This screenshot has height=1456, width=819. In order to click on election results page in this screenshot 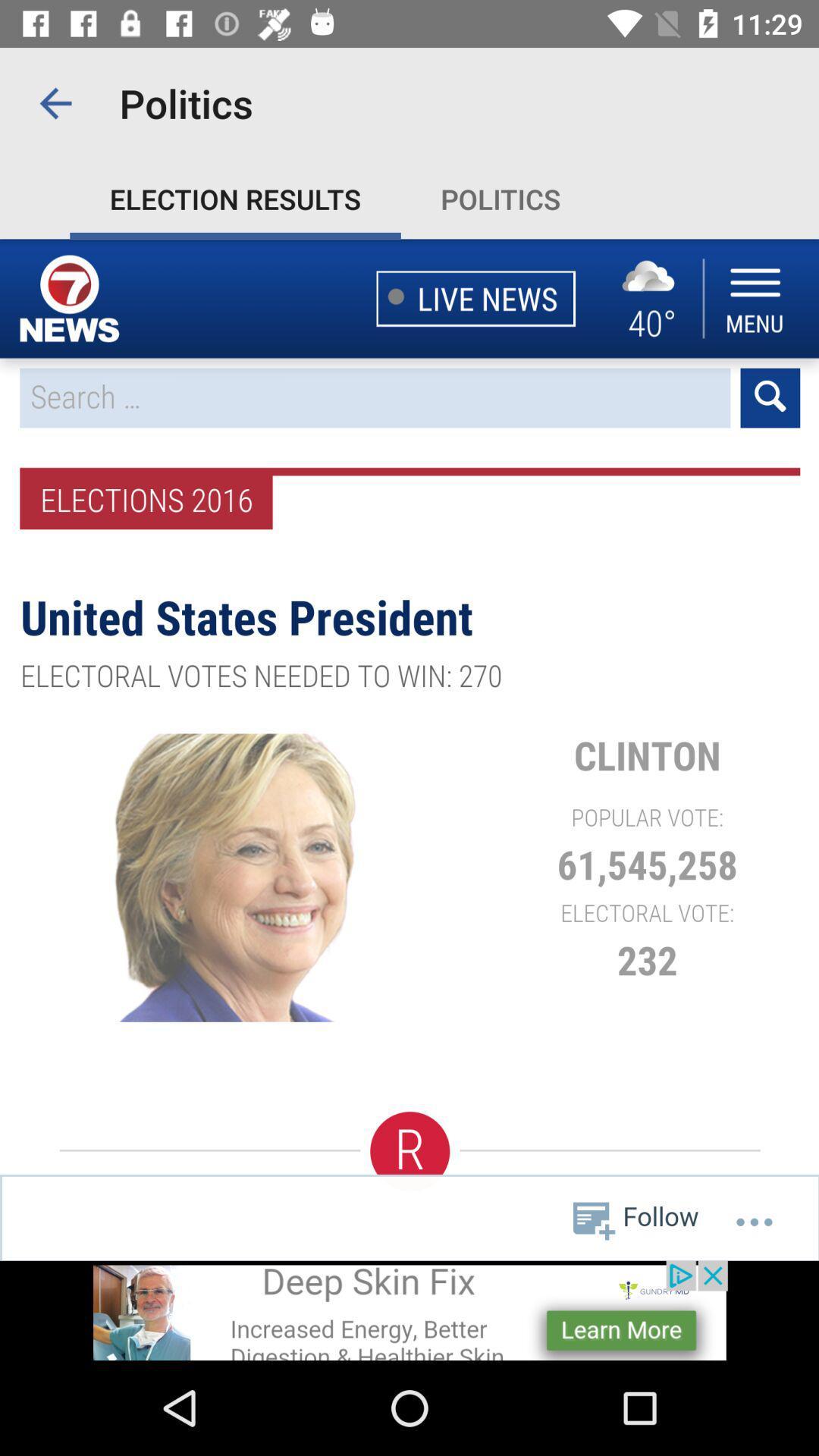, I will do `click(409, 749)`.